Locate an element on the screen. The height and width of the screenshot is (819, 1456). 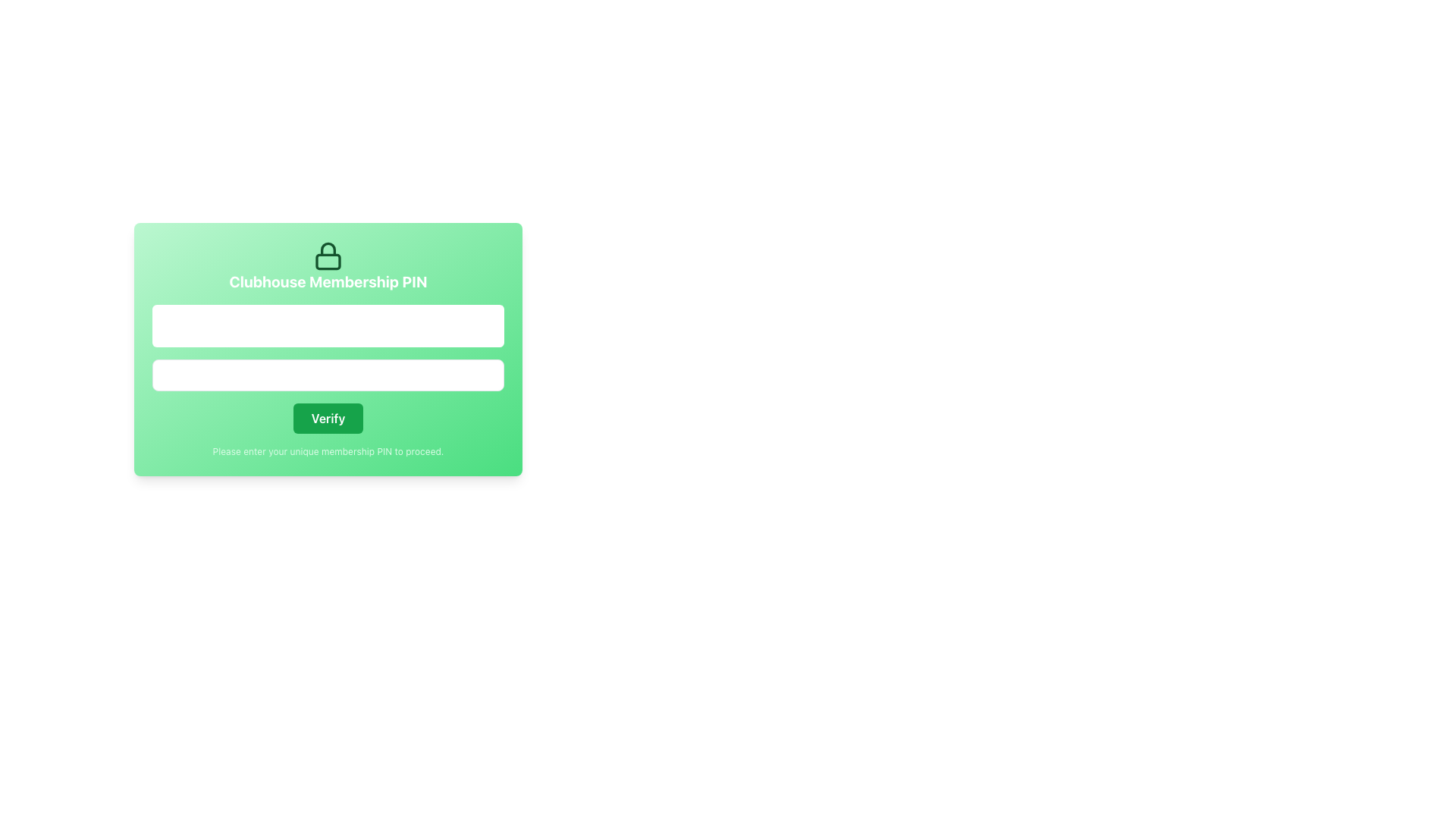
within the Password Input Field located below the 'Clubhouse Membership PIN' text and above the 'Verify' button, styled with rounded corners and a border is located at coordinates (327, 375).